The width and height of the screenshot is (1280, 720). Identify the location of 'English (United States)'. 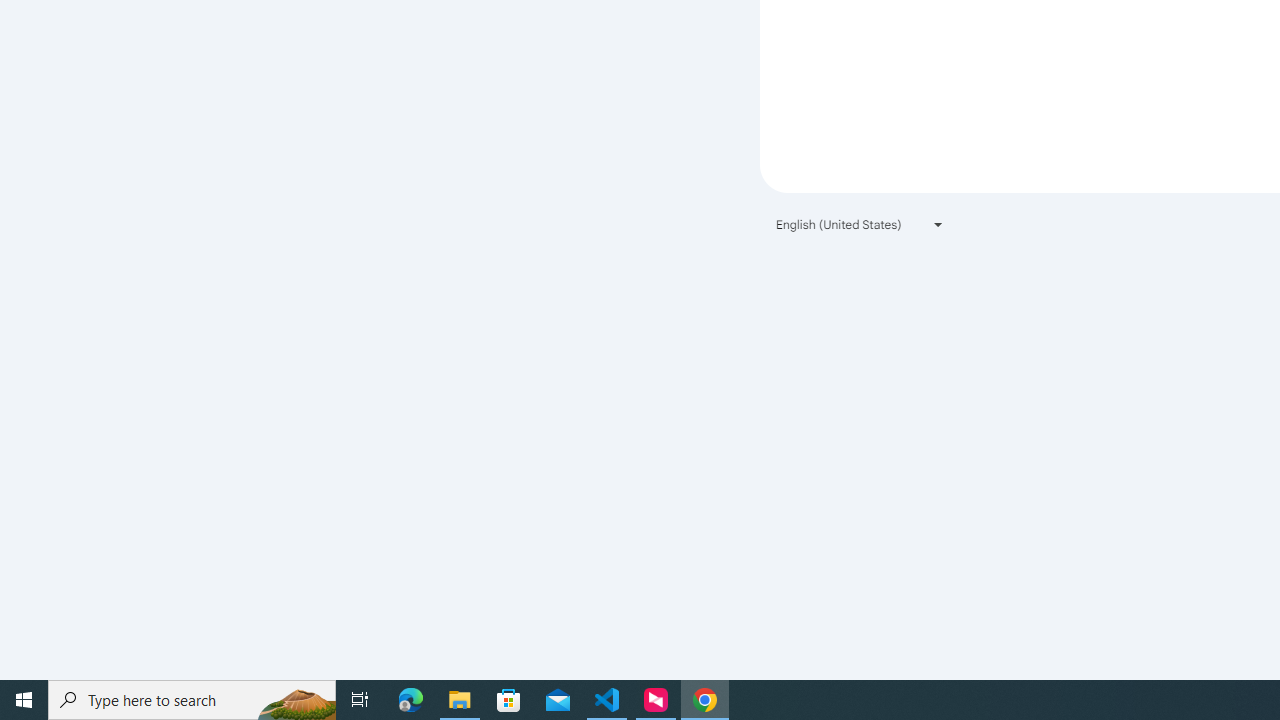
(860, 224).